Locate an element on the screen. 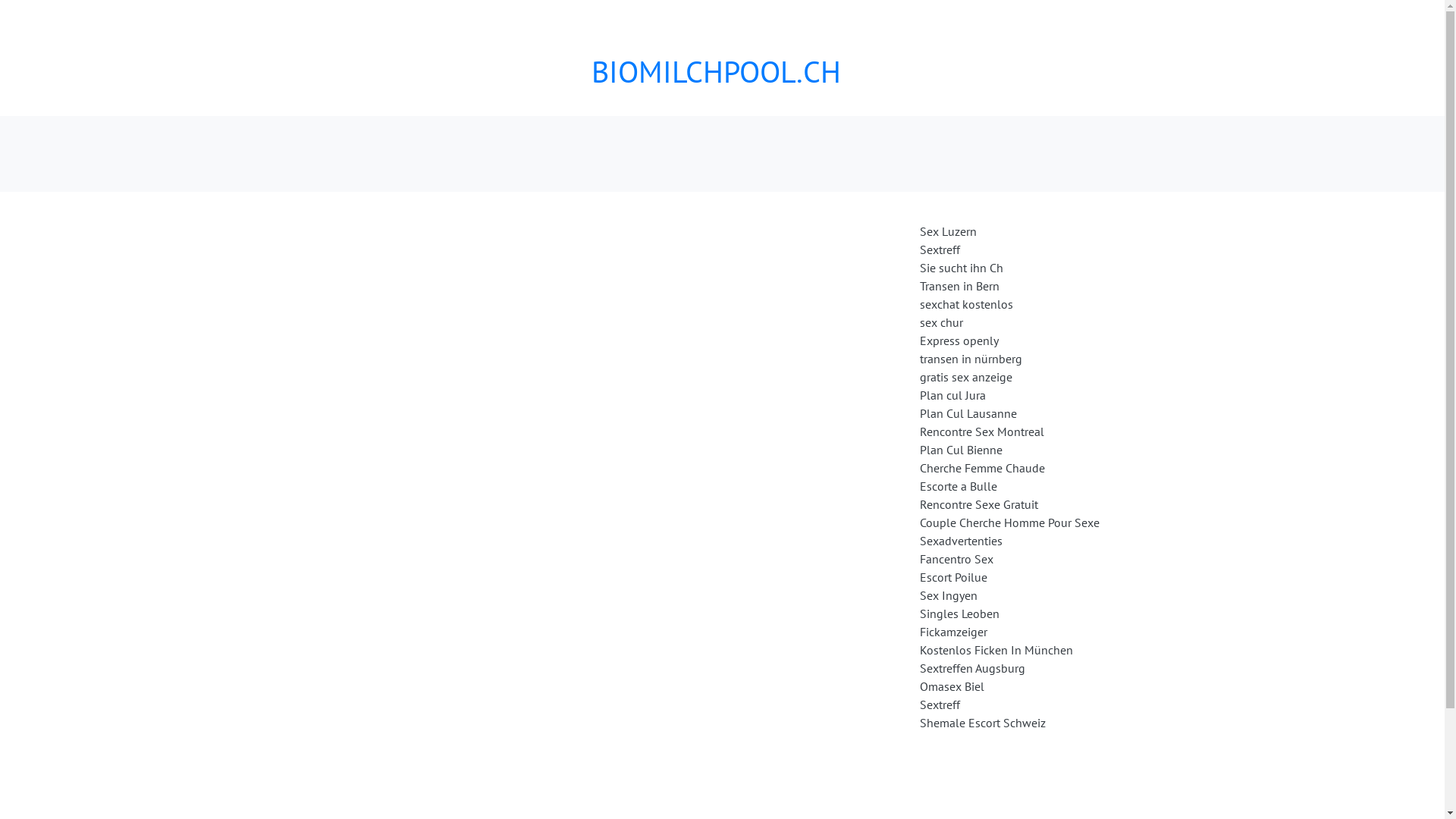 This screenshot has height=819, width=1456. 'Express openly' is located at coordinates (957, 339).